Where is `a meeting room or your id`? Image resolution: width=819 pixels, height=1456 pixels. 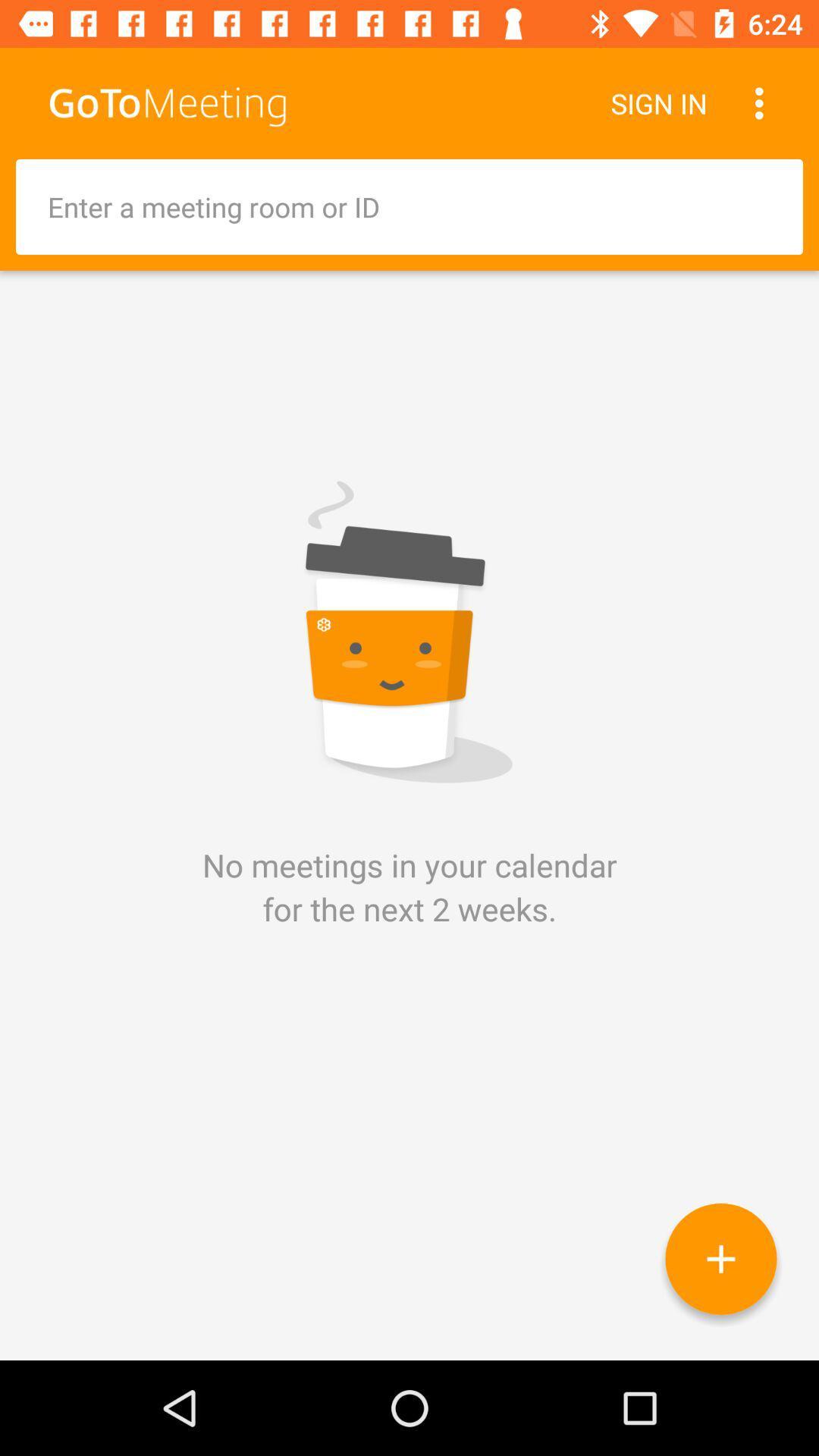 a meeting room or your id is located at coordinates (409, 206).